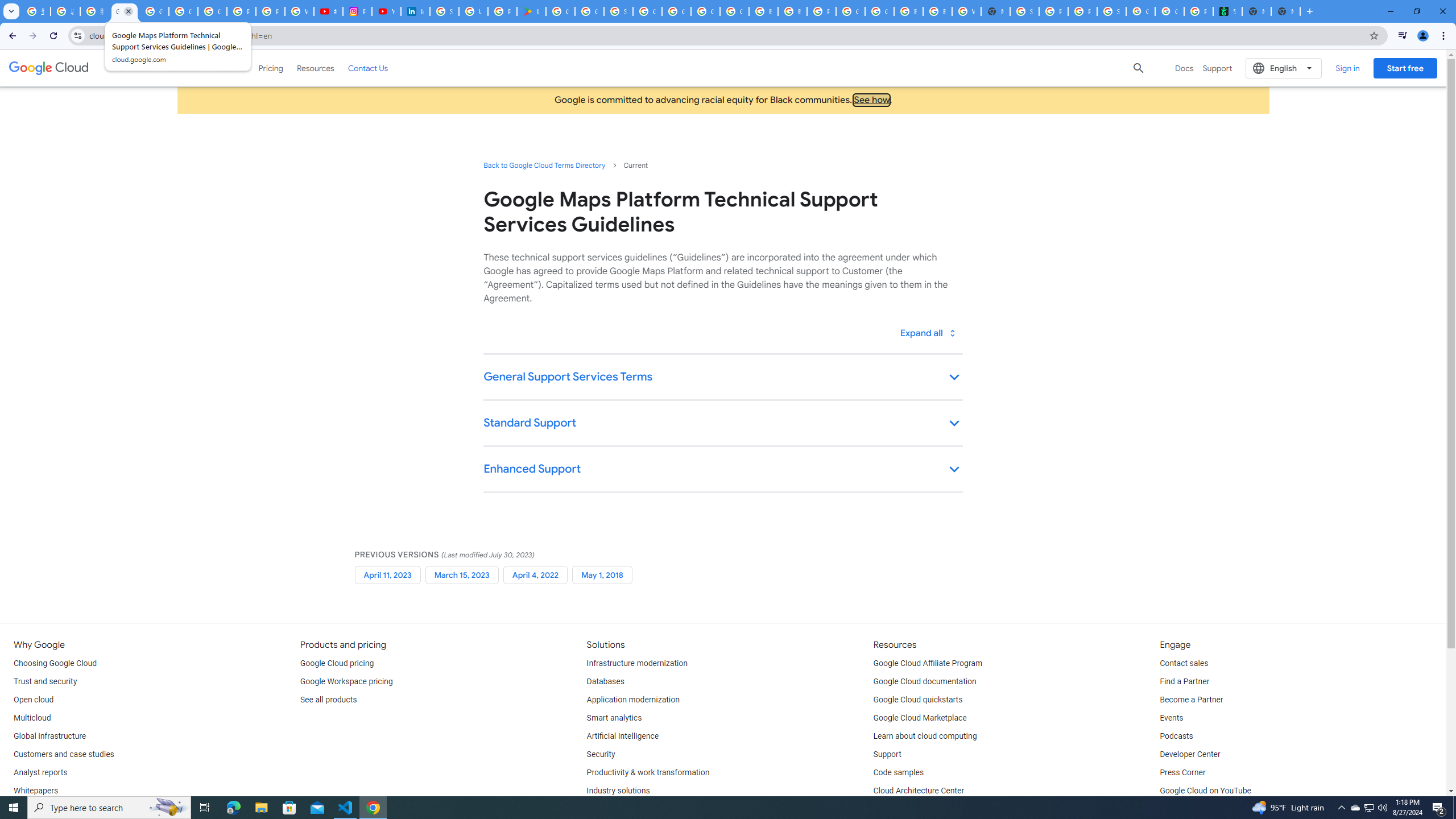  I want to click on 'Smart analytics', so click(614, 717).